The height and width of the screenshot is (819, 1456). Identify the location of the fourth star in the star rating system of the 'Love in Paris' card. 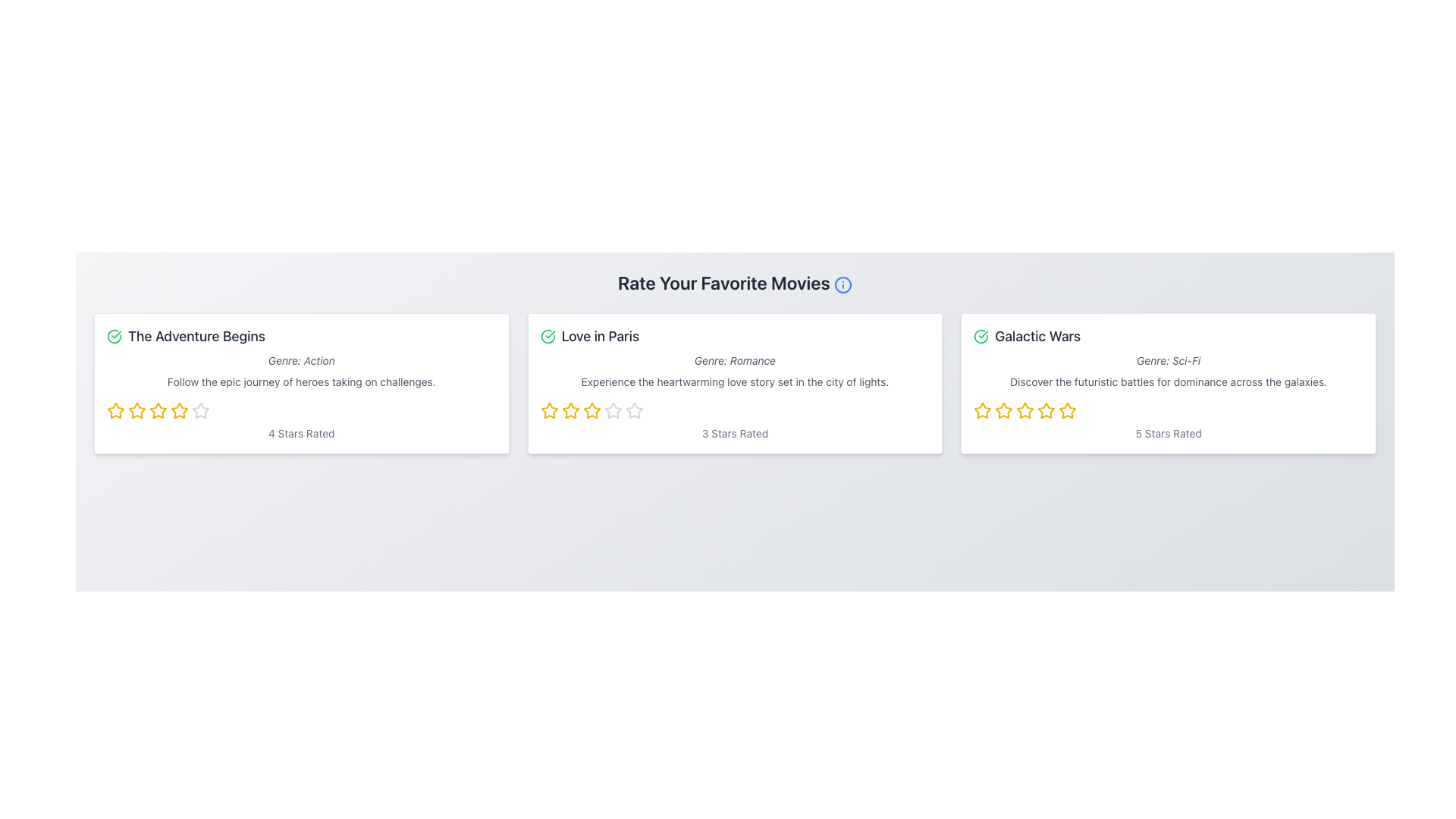
(613, 410).